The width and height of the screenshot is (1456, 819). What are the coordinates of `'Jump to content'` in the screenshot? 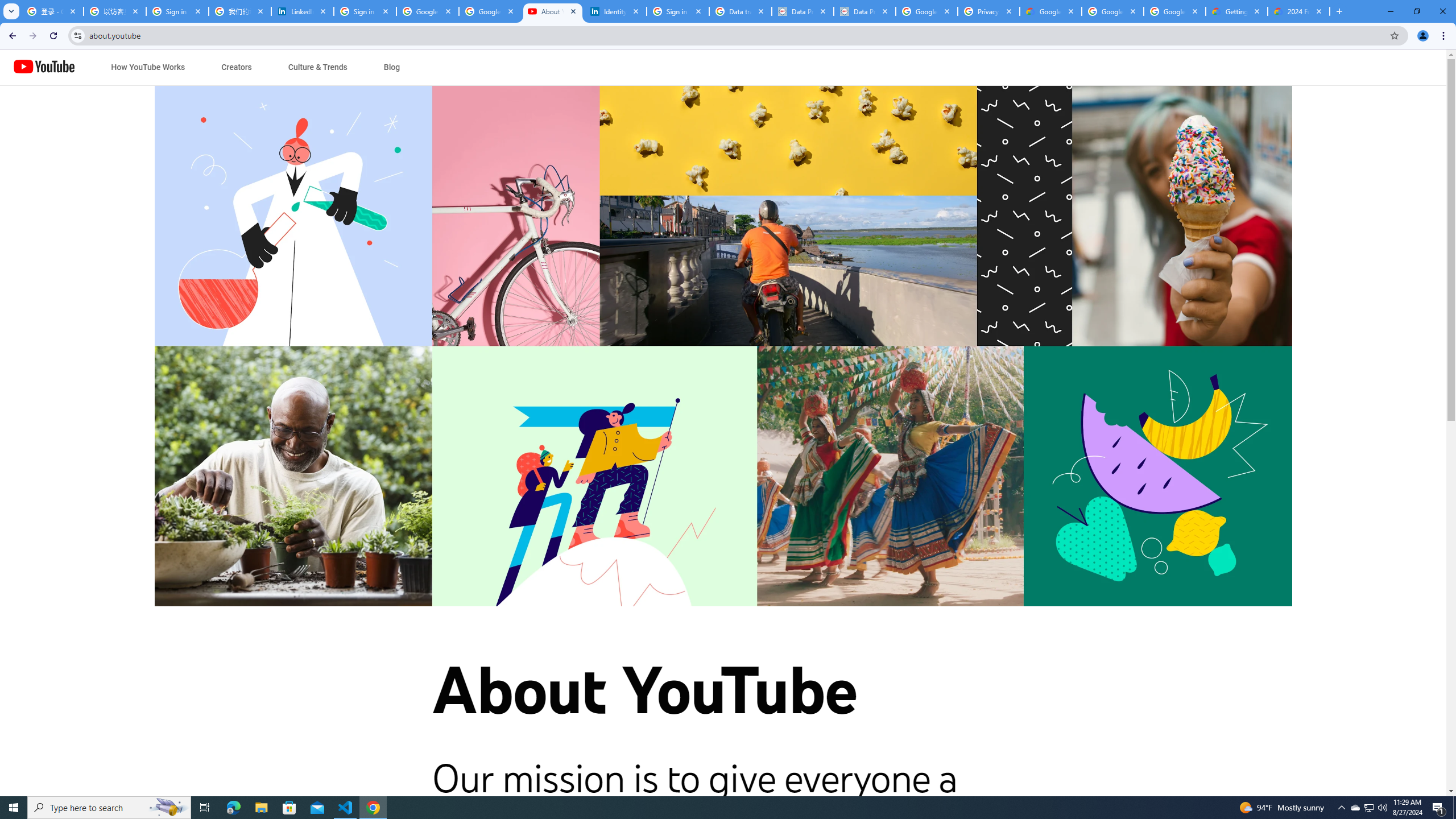 It's located at (106, 67).